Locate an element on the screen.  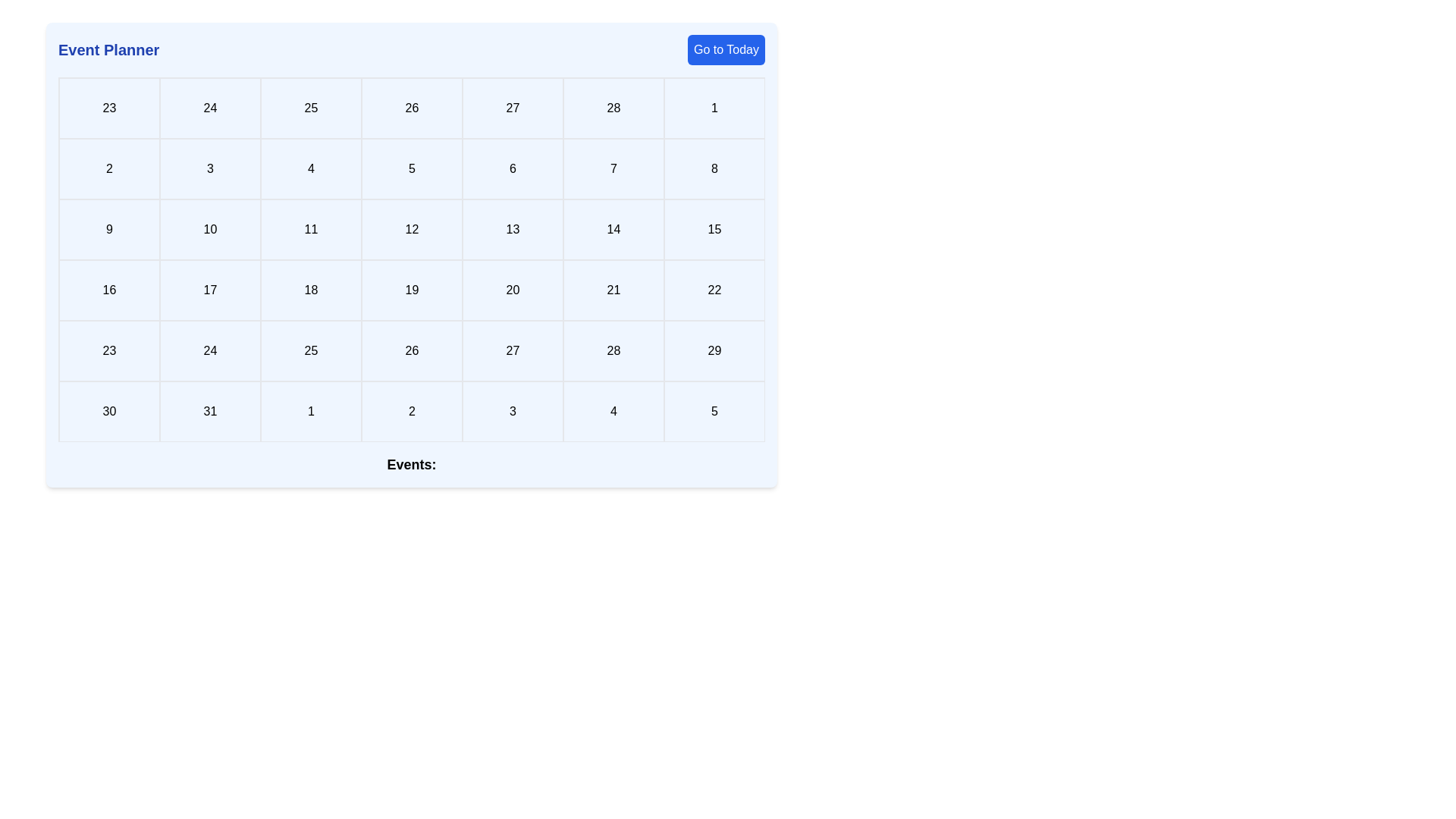
the square-shaped button labeled '8' is located at coordinates (714, 169).